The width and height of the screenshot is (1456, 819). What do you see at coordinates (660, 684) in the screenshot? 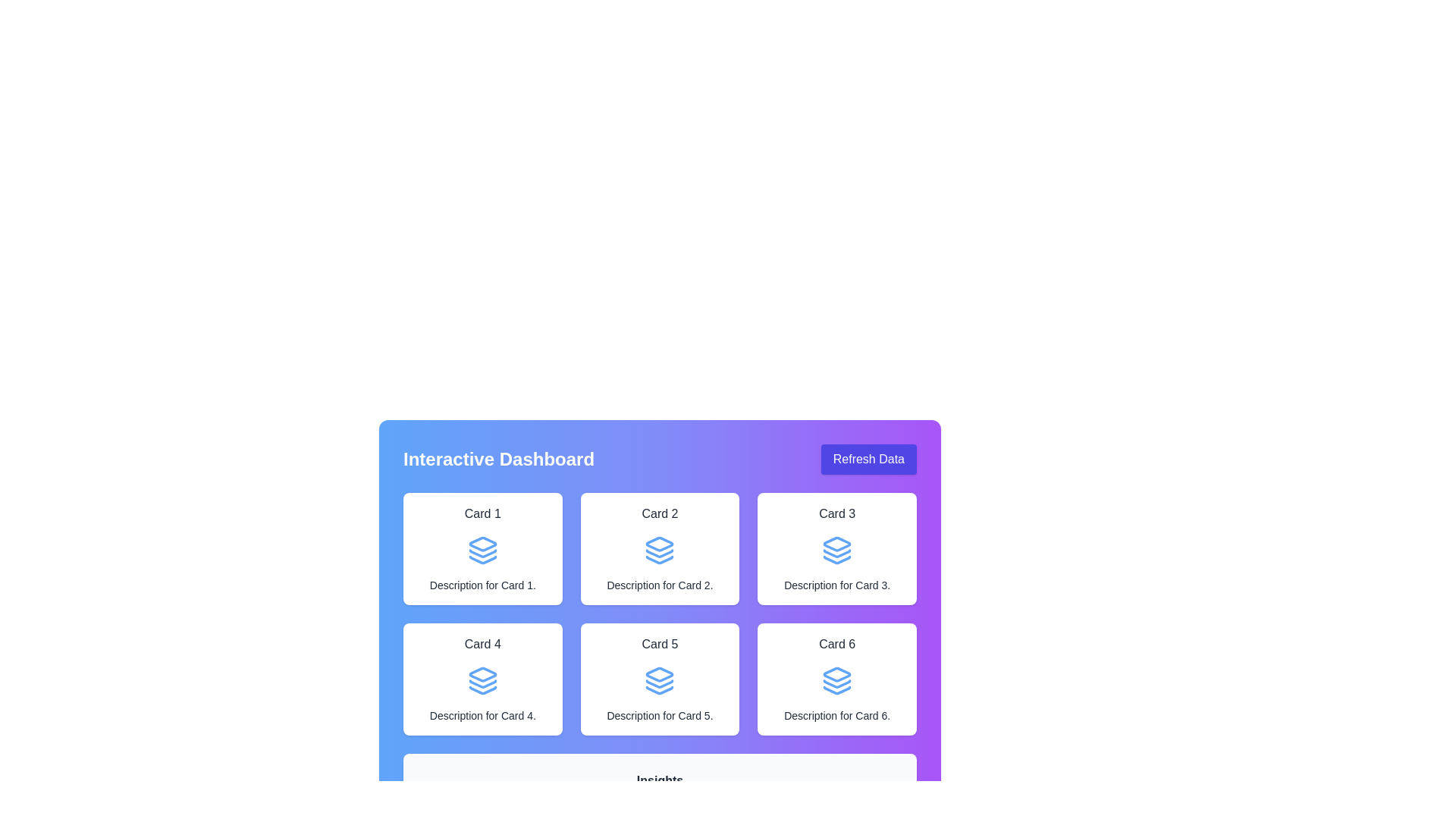
I see `the graphical icon representing the middle layer of a stack, located in Card 5, second row, second column` at bounding box center [660, 684].